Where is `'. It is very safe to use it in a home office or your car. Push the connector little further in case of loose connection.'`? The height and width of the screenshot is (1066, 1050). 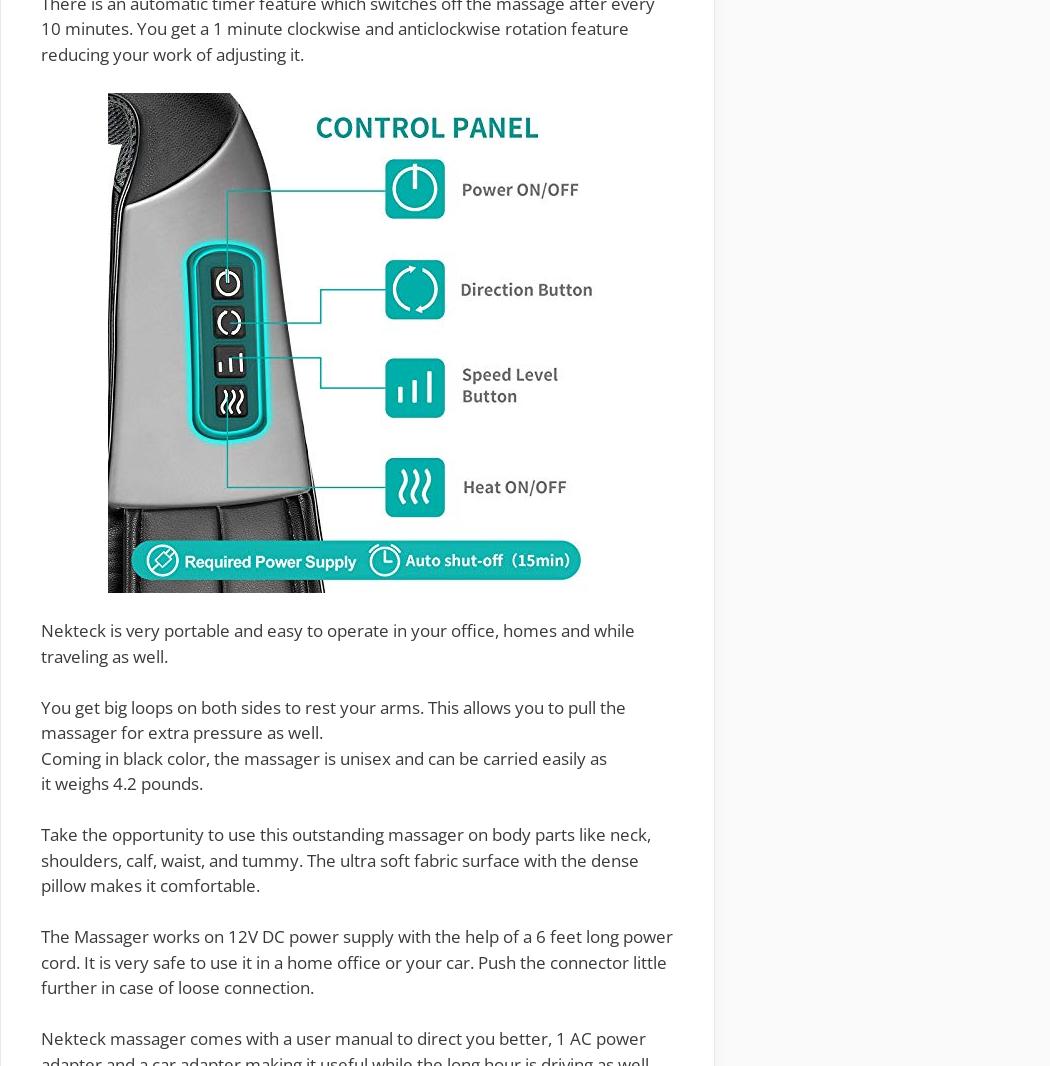
'. It is very safe to use it in a home office or your car. Push the connector little further in case of loose connection.' is located at coordinates (352, 974).